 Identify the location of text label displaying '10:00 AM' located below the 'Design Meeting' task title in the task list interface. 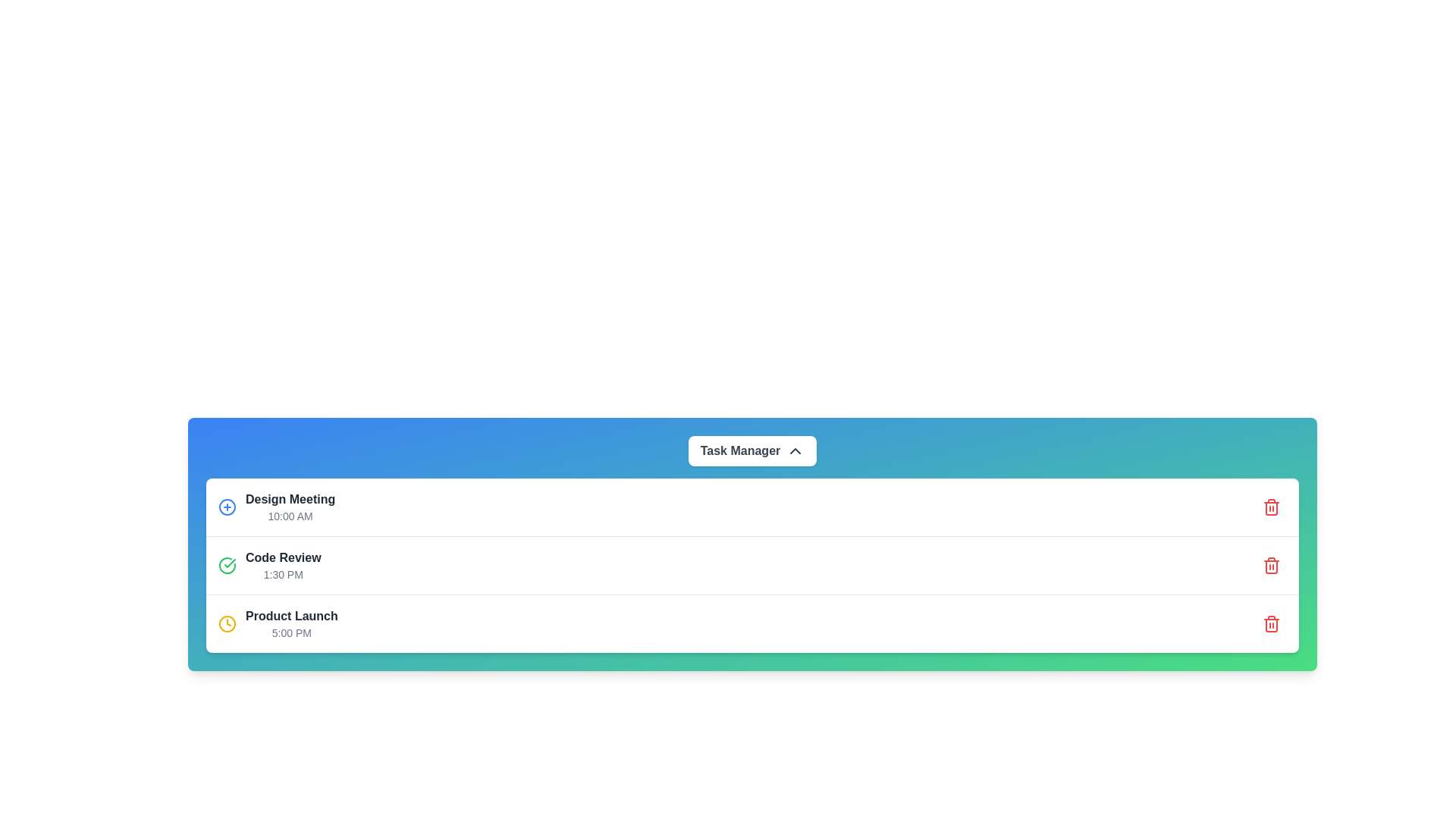
(290, 516).